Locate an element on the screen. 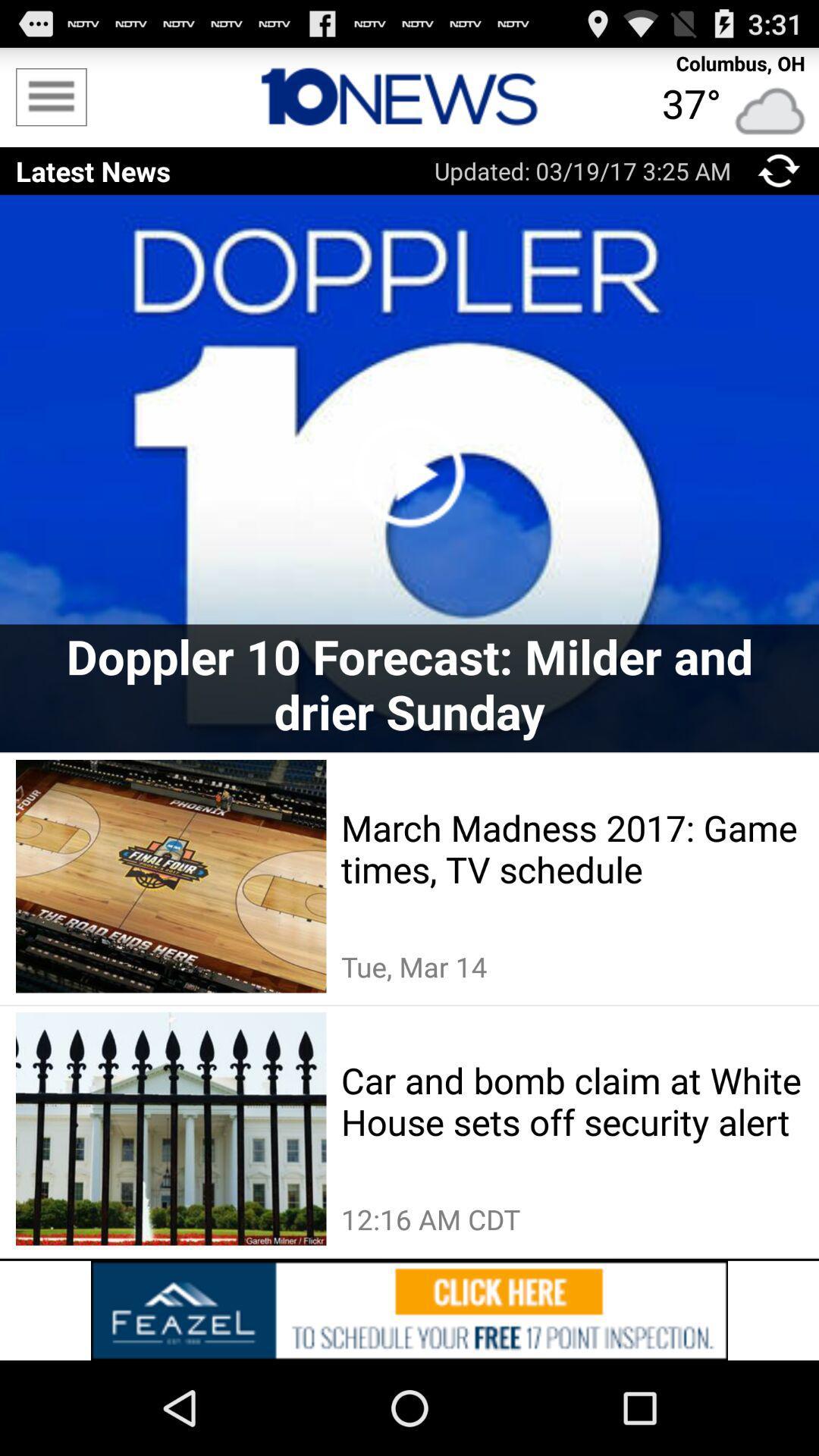 The width and height of the screenshot is (819, 1456). advertisement is located at coordinates (409, 96).